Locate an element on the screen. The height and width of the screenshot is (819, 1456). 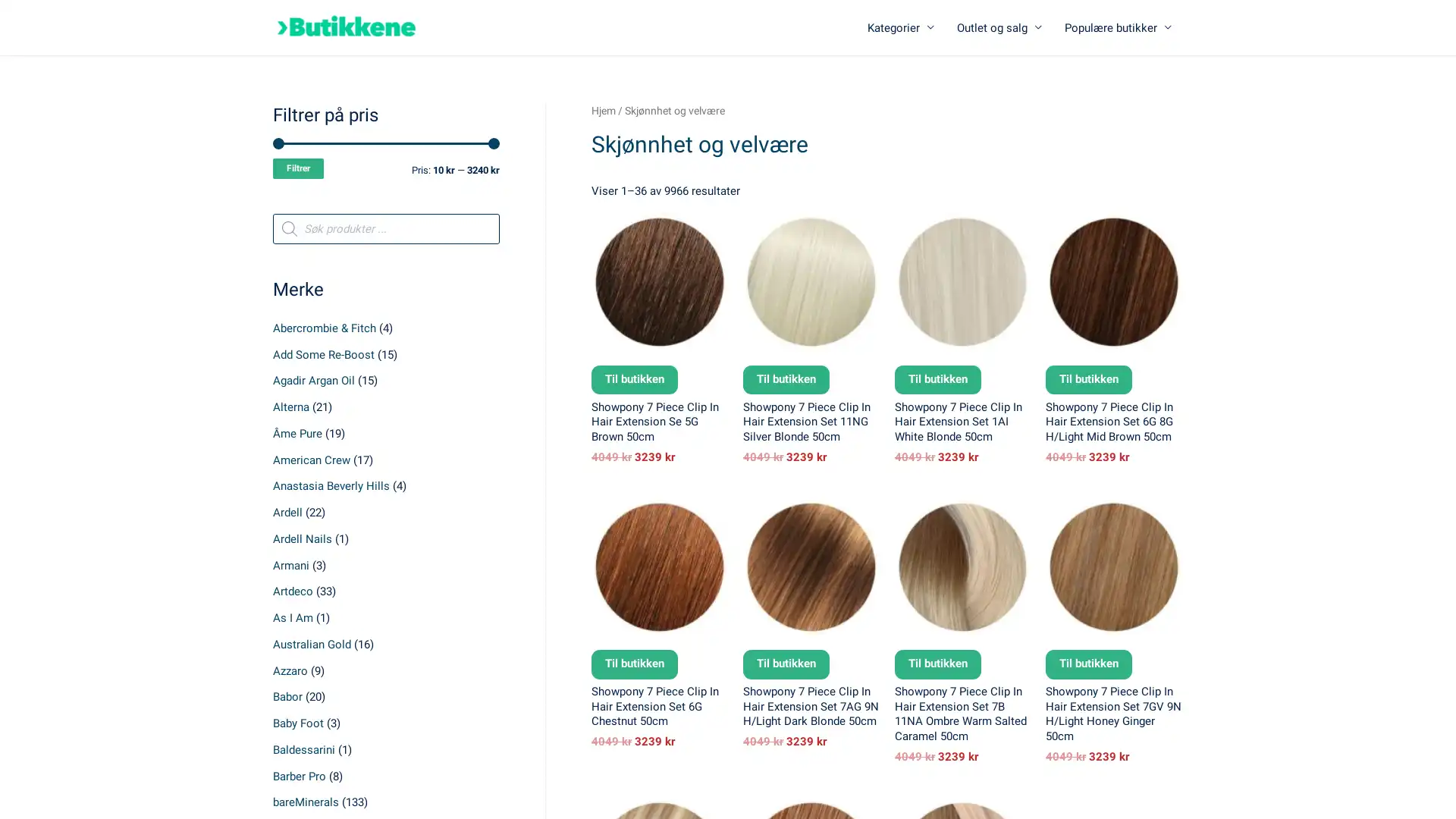
Filtrer is located at coordinates (298, 168).